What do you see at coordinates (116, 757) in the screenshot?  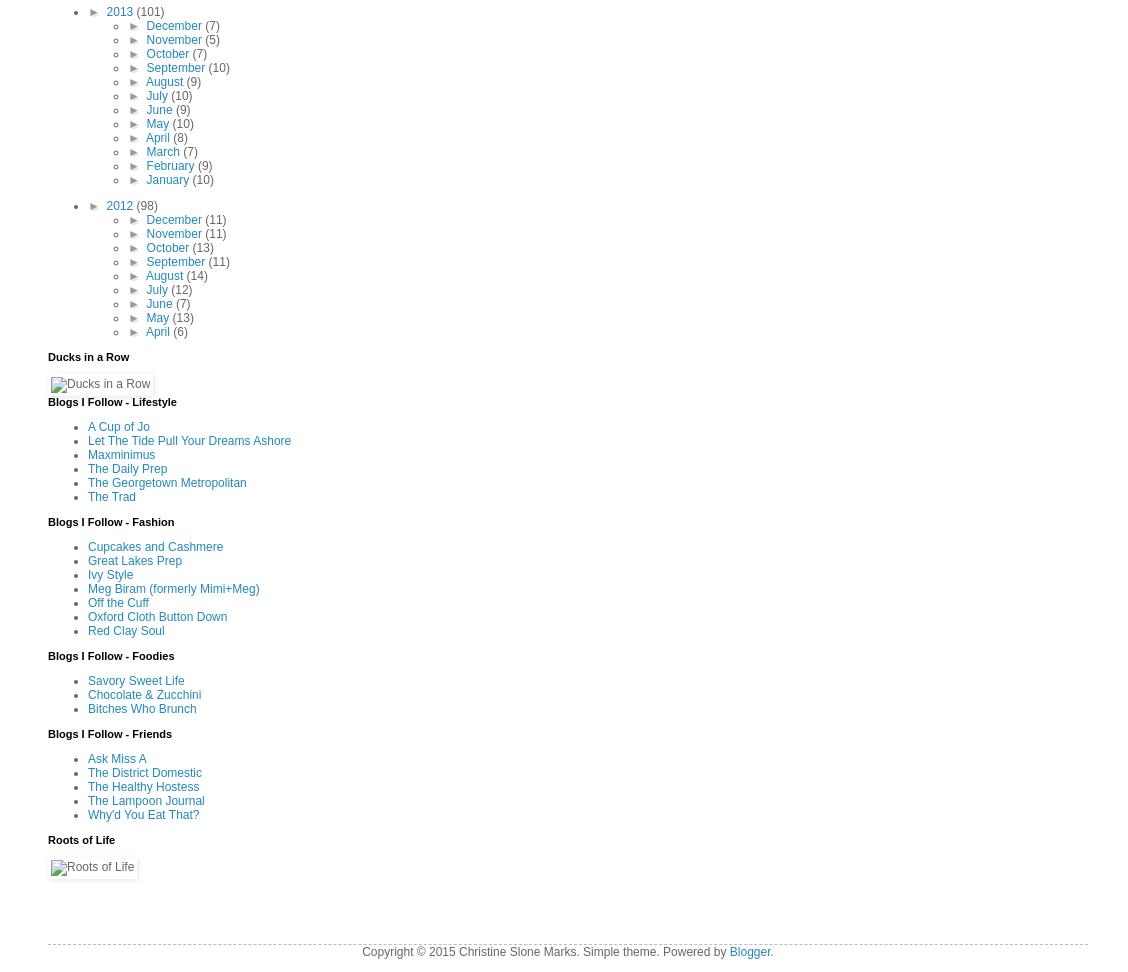 I see `'Ask Miss A'` at bounding box center [116, 757].